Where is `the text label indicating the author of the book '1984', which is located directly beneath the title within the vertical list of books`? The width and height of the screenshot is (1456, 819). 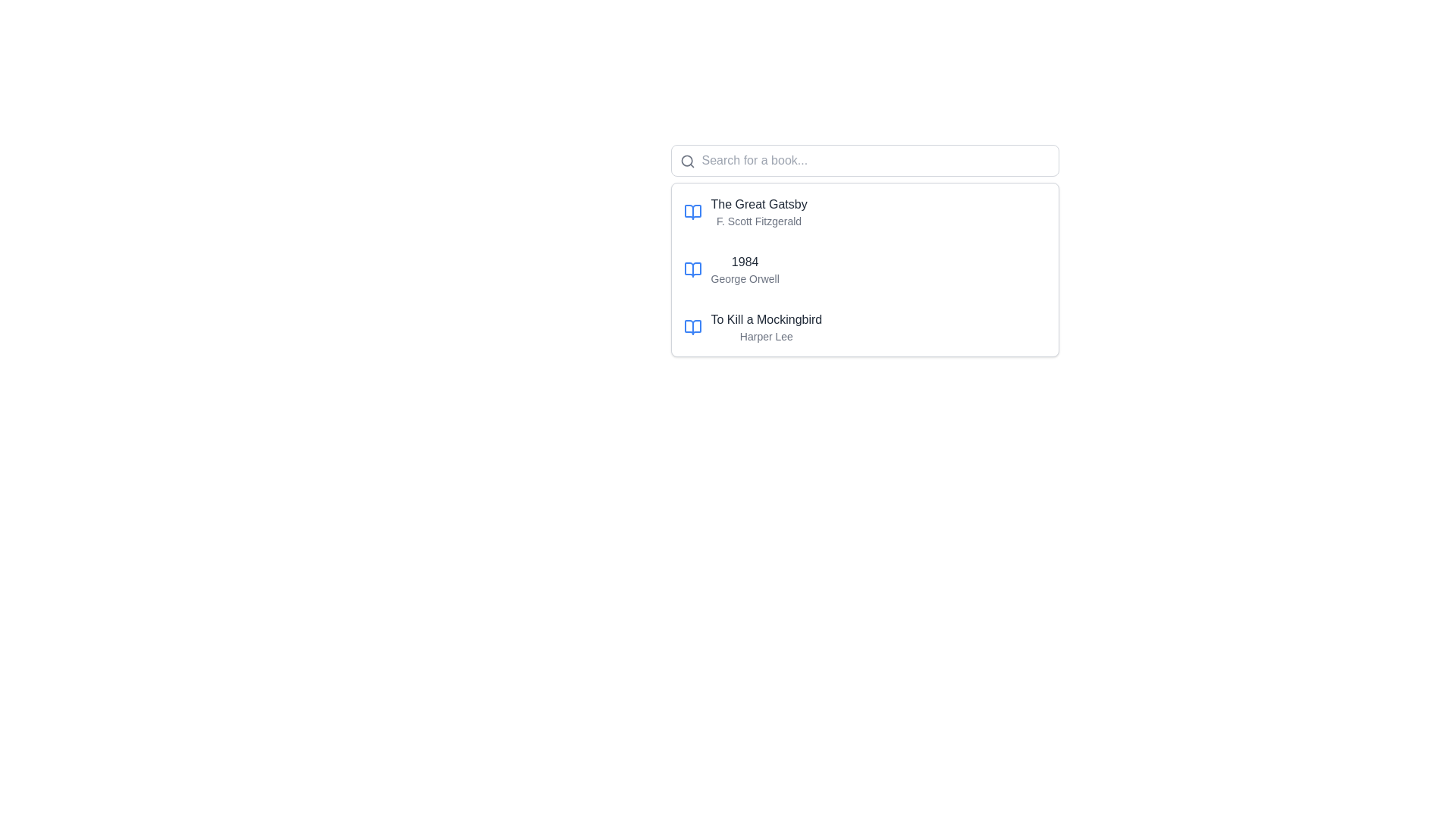 the text label indicating the author of the book '1984', which is located directly beneath the title within the vertical list of books is located at coordinates (745, 278).